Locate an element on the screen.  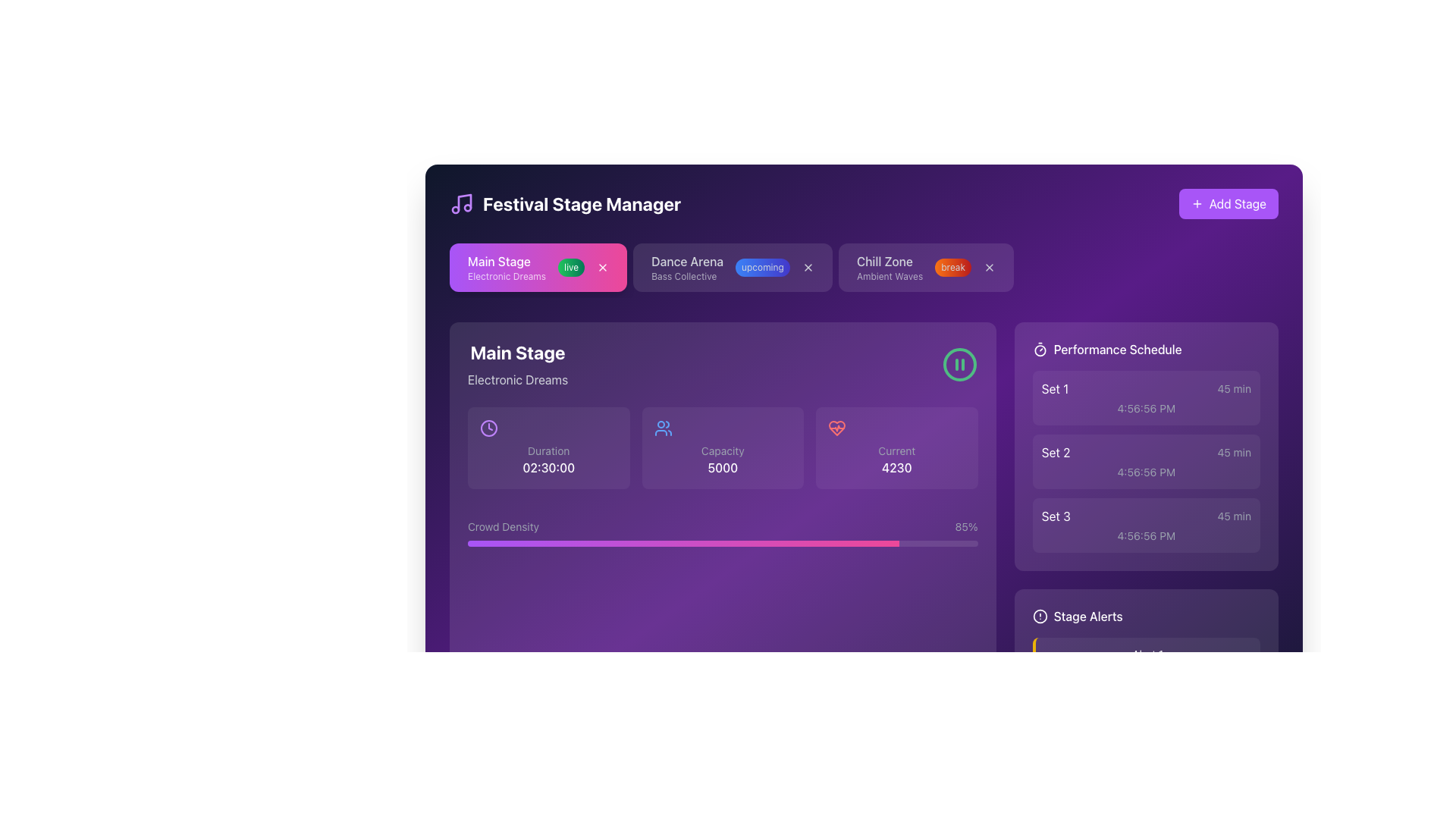
the middle informational card in the grid layout that displays stage-related statistics, featuring a blue-styled icon and the caption 'Capacity' with the value '5000' is located at coordinates (722, 447).